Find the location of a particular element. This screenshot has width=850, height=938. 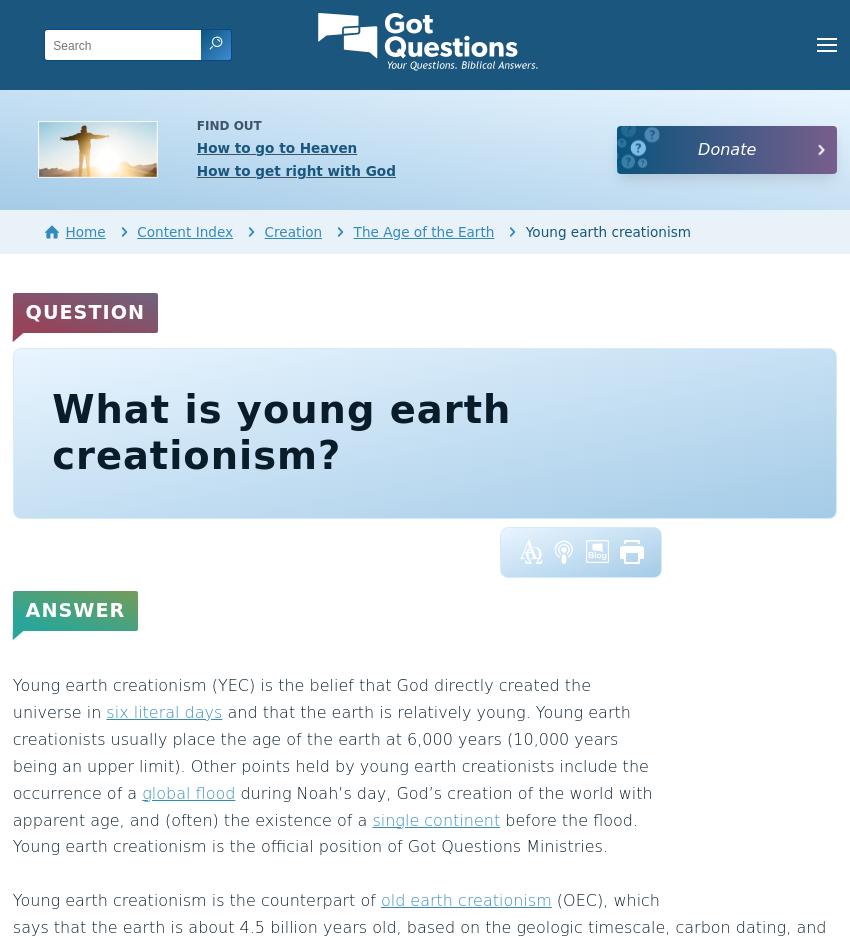

'and that the earth is relatively young. Young earth creationists usually place the age of the earth at 6,000 years (10,000 years being an upper limit). Other points held by young earth creationists include the occurrence of a' is located at coordinates (329, 752).